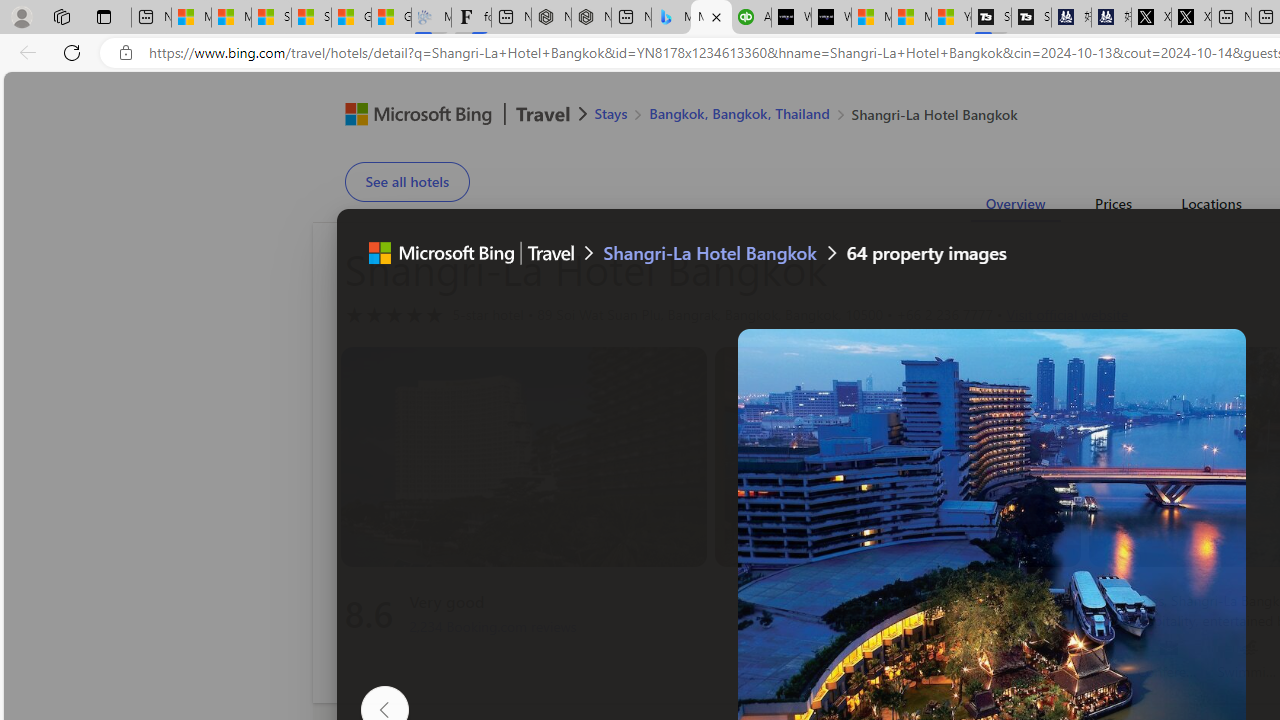  What do you see at coordinates (711, 17) in the screenshot?
I see `'Microsoft Bing Travel - Shangri-La Hotel Bangkok'` at bounding box center [711, 17].